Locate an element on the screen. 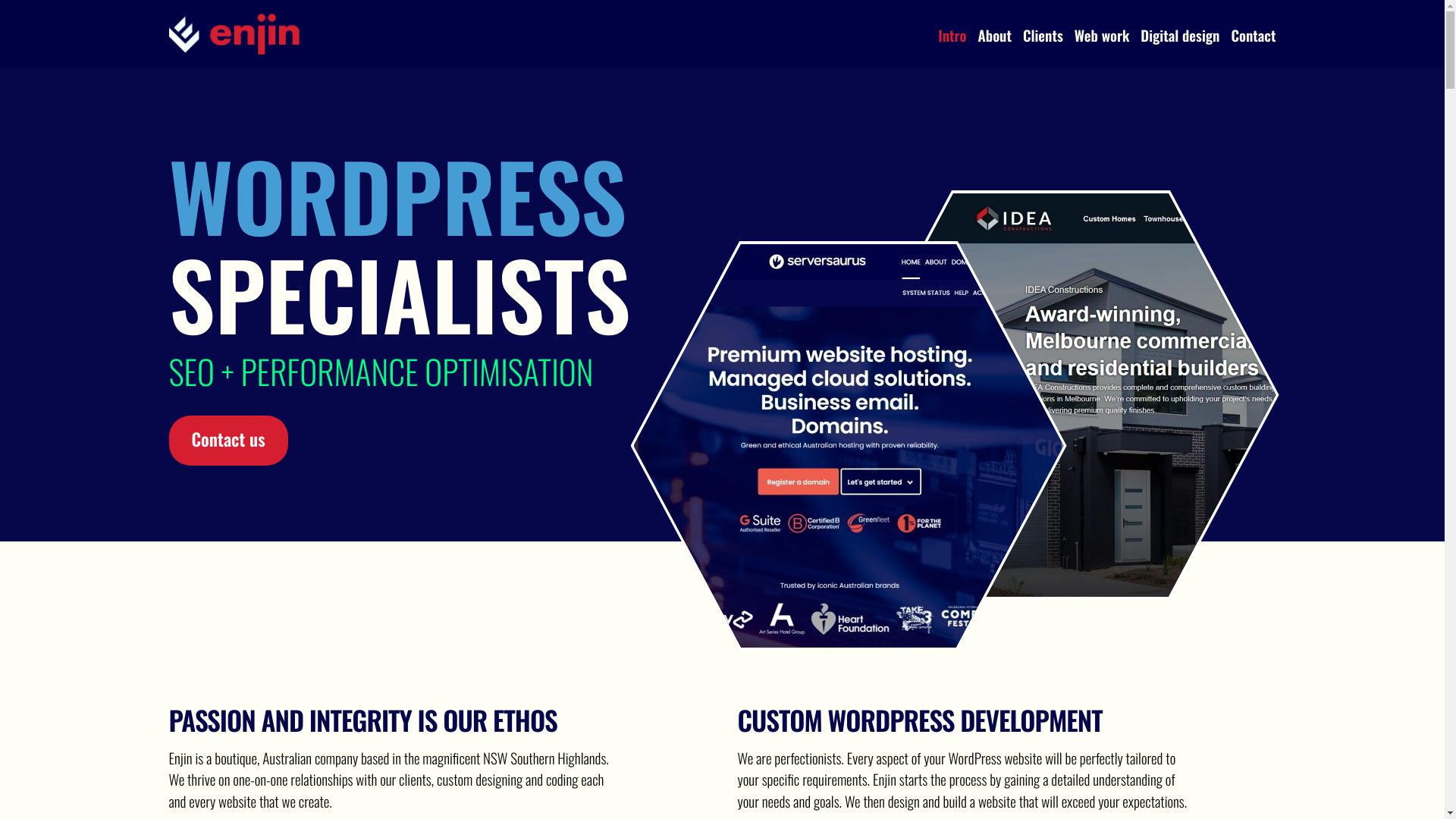 The height and width of the screenshot is (819, 1456). 'Contact us' is located at coordinates (227, 441).